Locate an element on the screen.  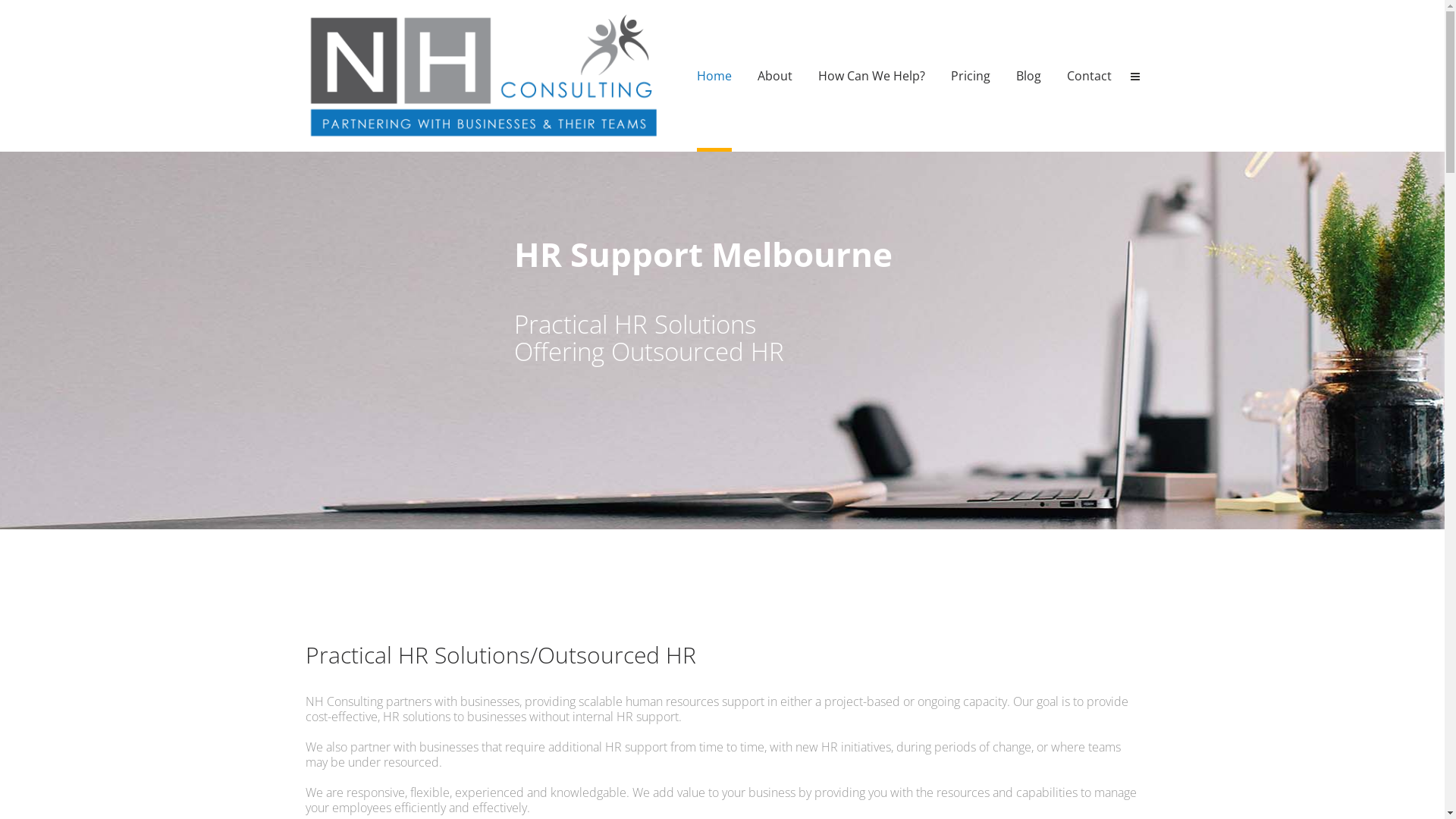
'Home' is located at coordinates (712, 76).